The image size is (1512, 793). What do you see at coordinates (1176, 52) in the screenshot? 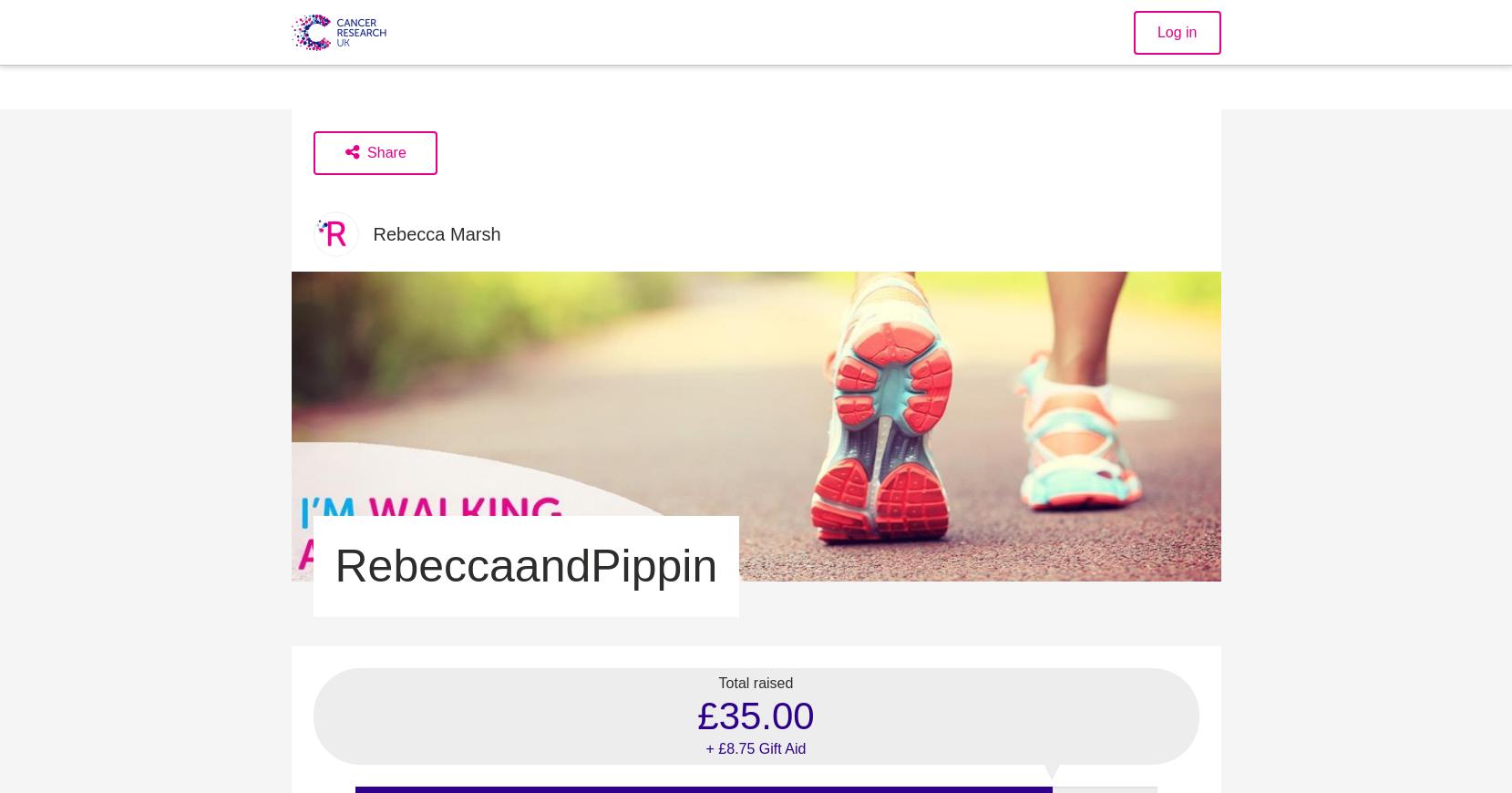
I see `'Log in'` at bounding box center [1176, 52].